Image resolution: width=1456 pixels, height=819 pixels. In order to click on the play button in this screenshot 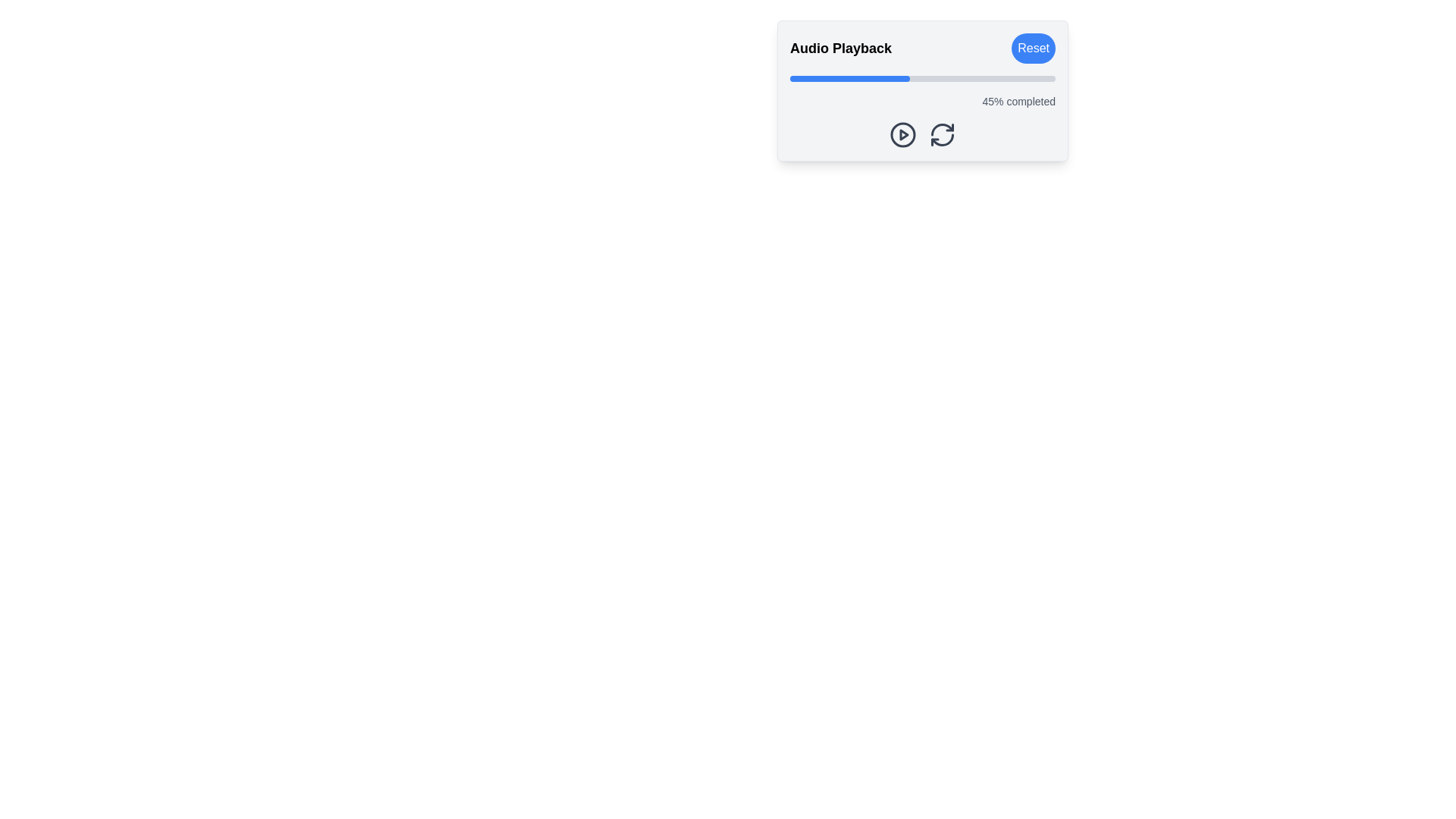, I will do `click(902, 133)`.